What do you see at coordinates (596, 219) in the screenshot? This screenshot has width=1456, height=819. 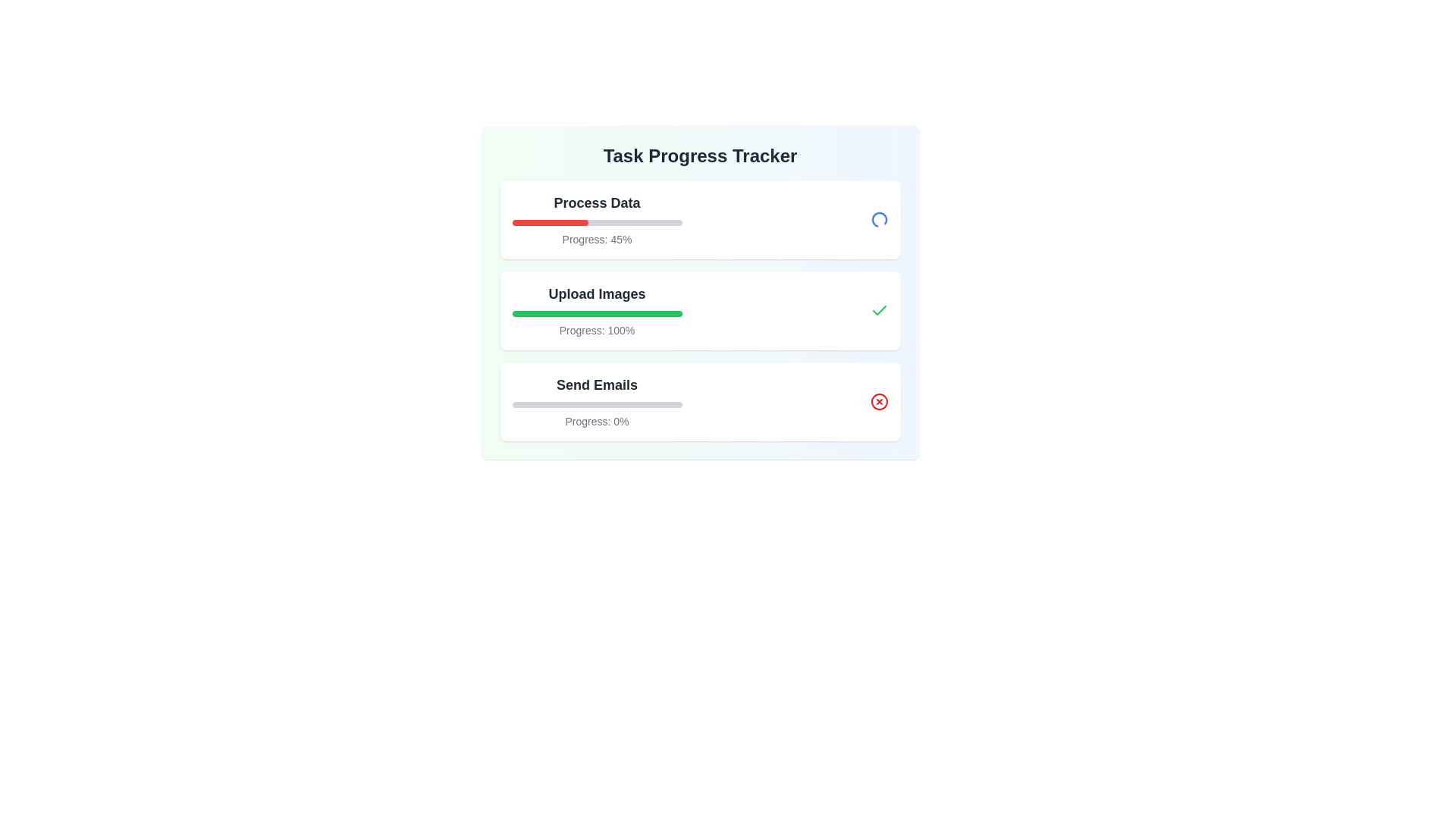 I see `the progress bar indicating 45% completion` at bounding box center [596, 219].